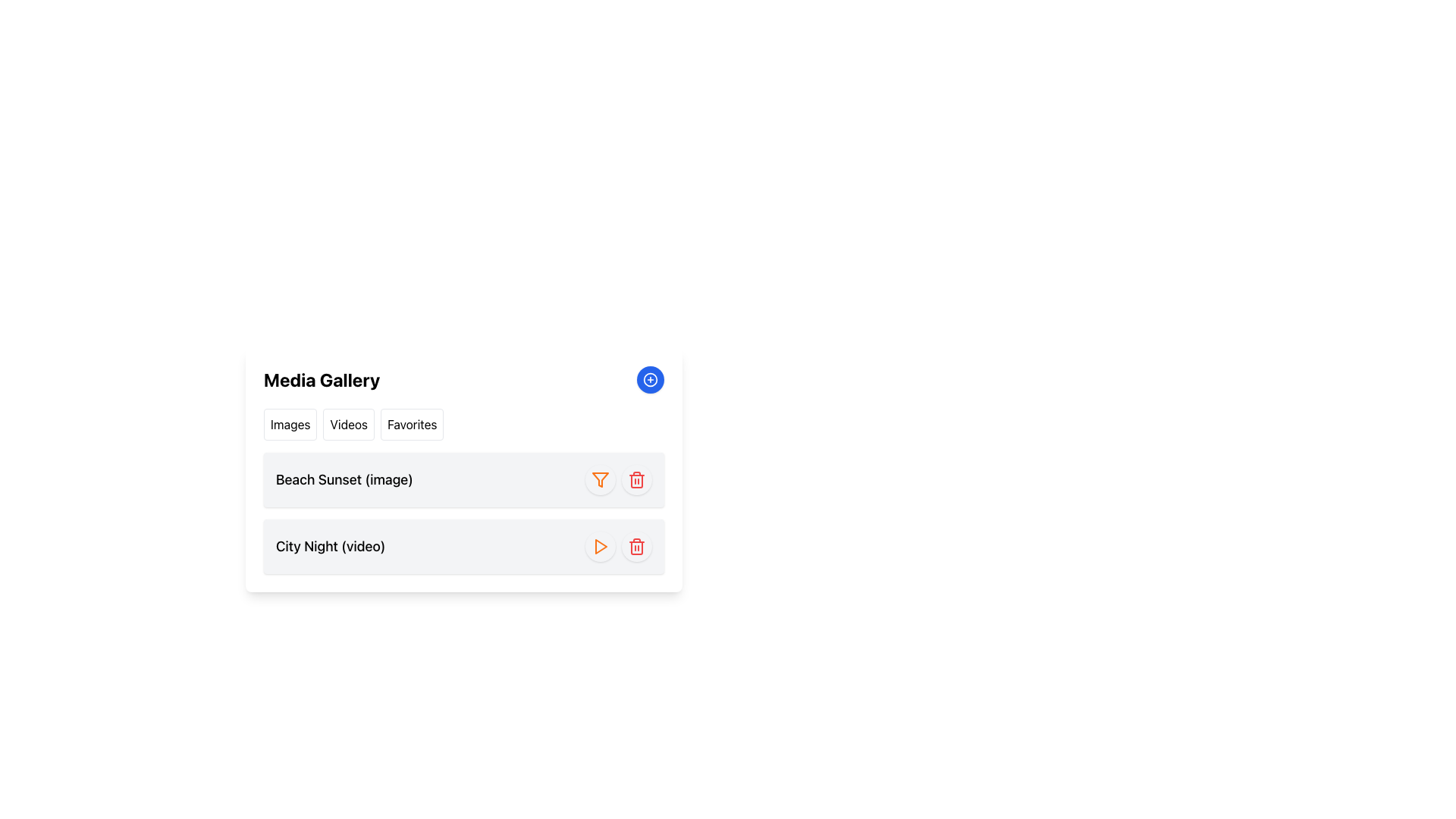  I want to click on the blue circular button at the top-right corner of the interface that contains the '+' icon, so click(651, 379).